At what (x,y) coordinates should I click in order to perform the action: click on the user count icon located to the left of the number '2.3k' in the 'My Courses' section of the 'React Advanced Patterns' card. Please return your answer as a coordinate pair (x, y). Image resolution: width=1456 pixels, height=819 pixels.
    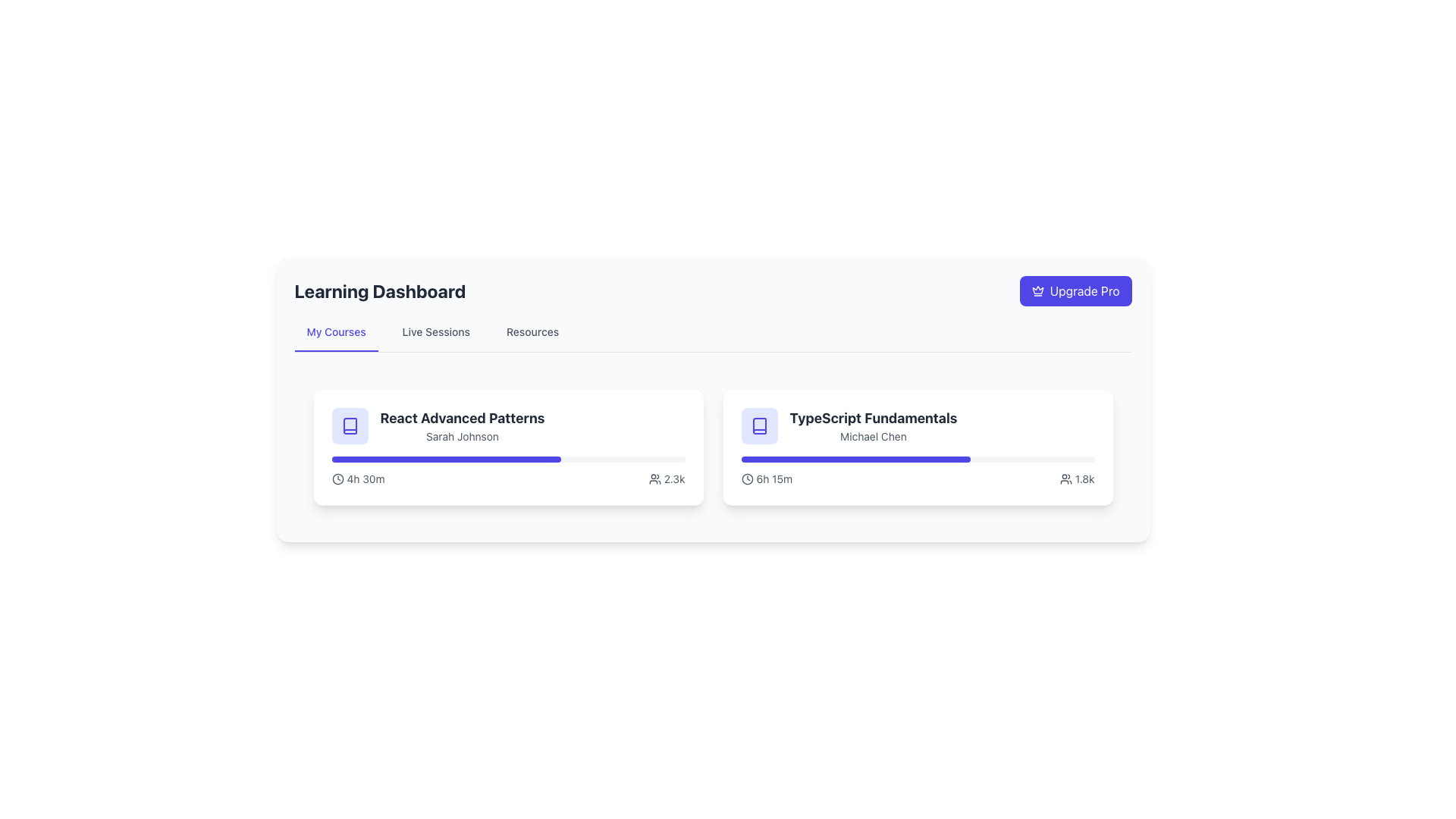
    Looking at the image, I should click on (654, 479).